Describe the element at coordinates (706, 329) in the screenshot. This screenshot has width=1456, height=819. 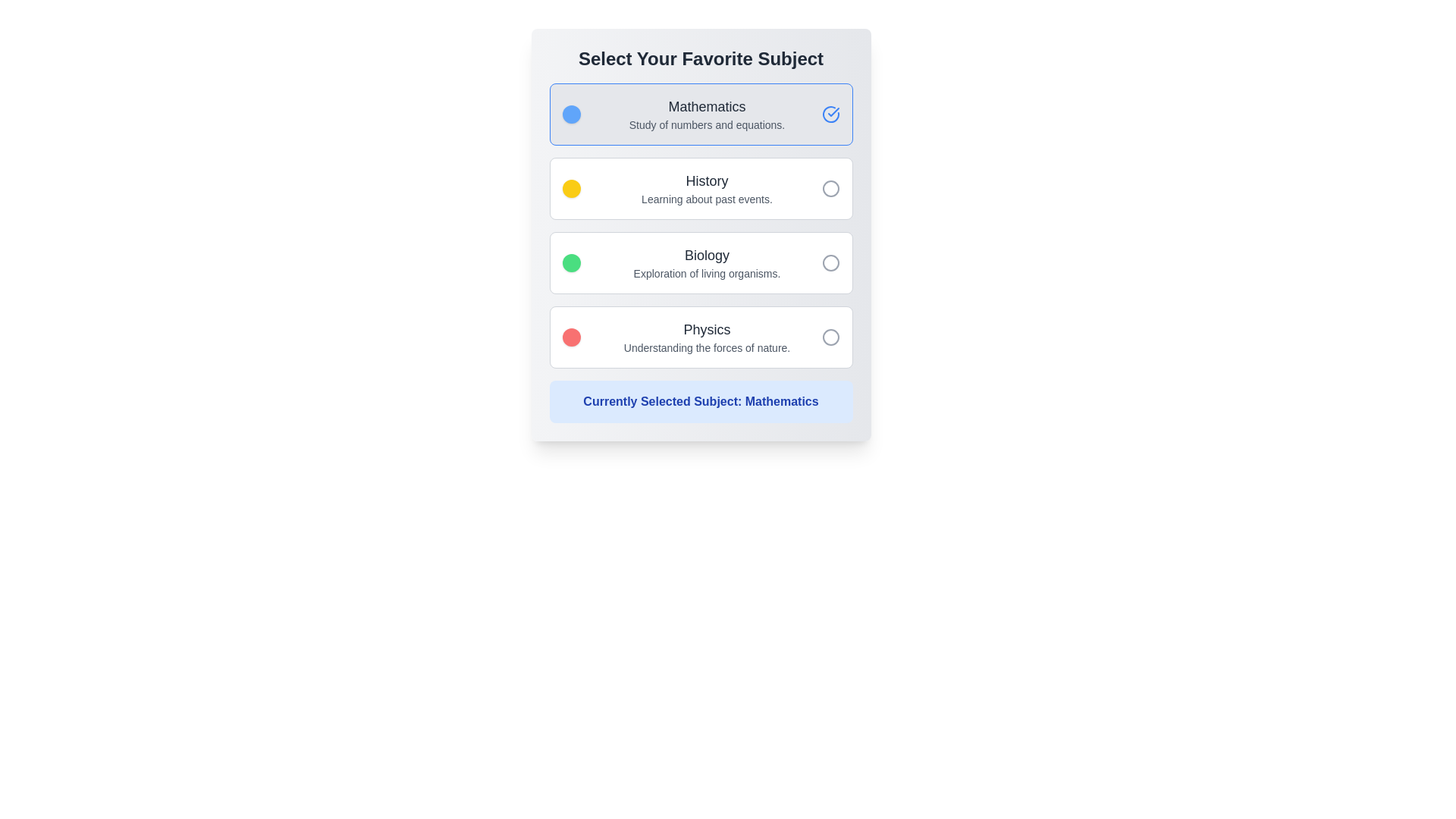
I see `the 'Physics' title text label, which is located in the third option of the subjects list, positioned above 'Understanding the forces of nature.'` at that location.